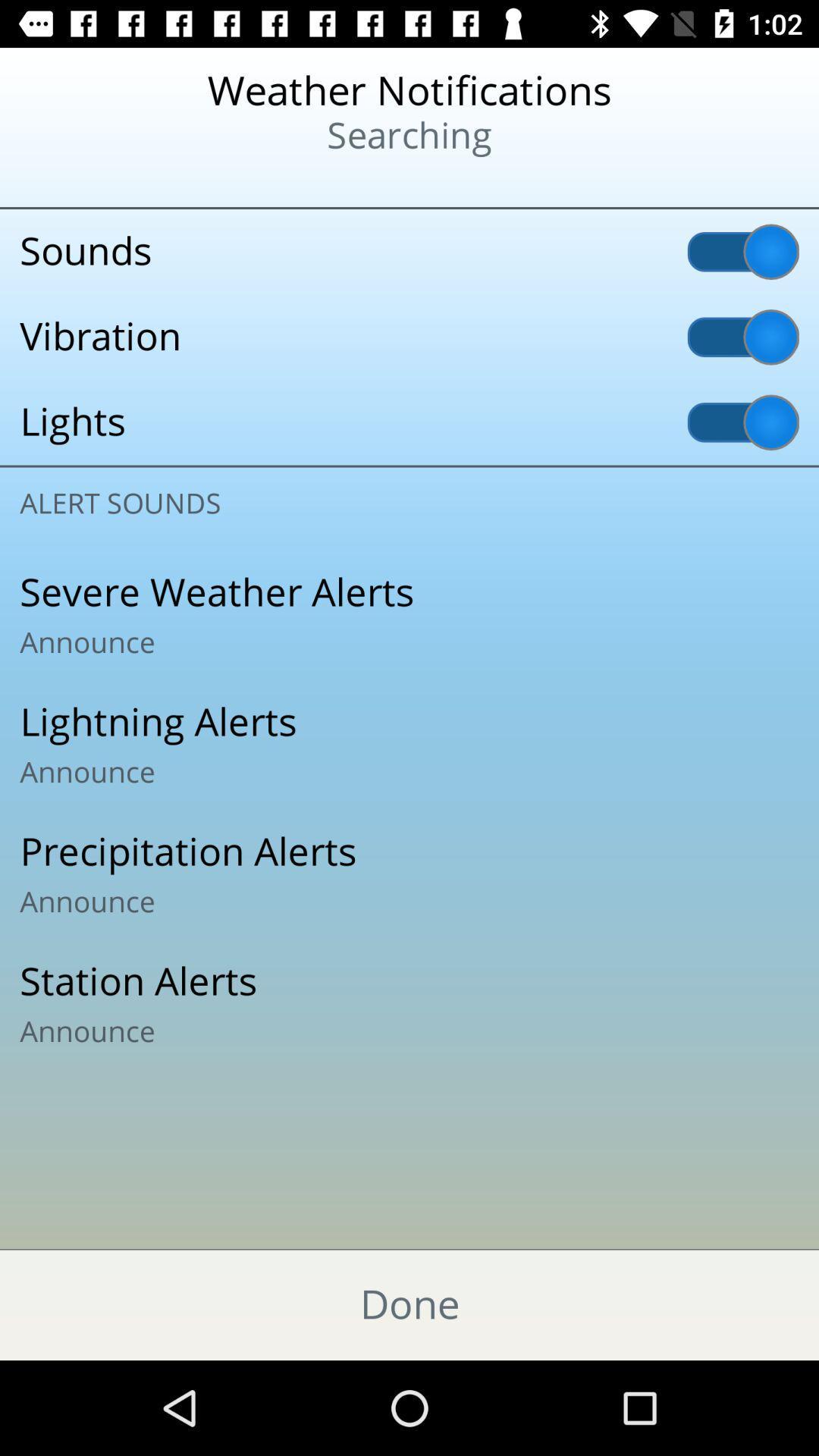 The height and width of the screenshot is (1456, 819). I want to click on the icon below sounds, so click(409, 336).